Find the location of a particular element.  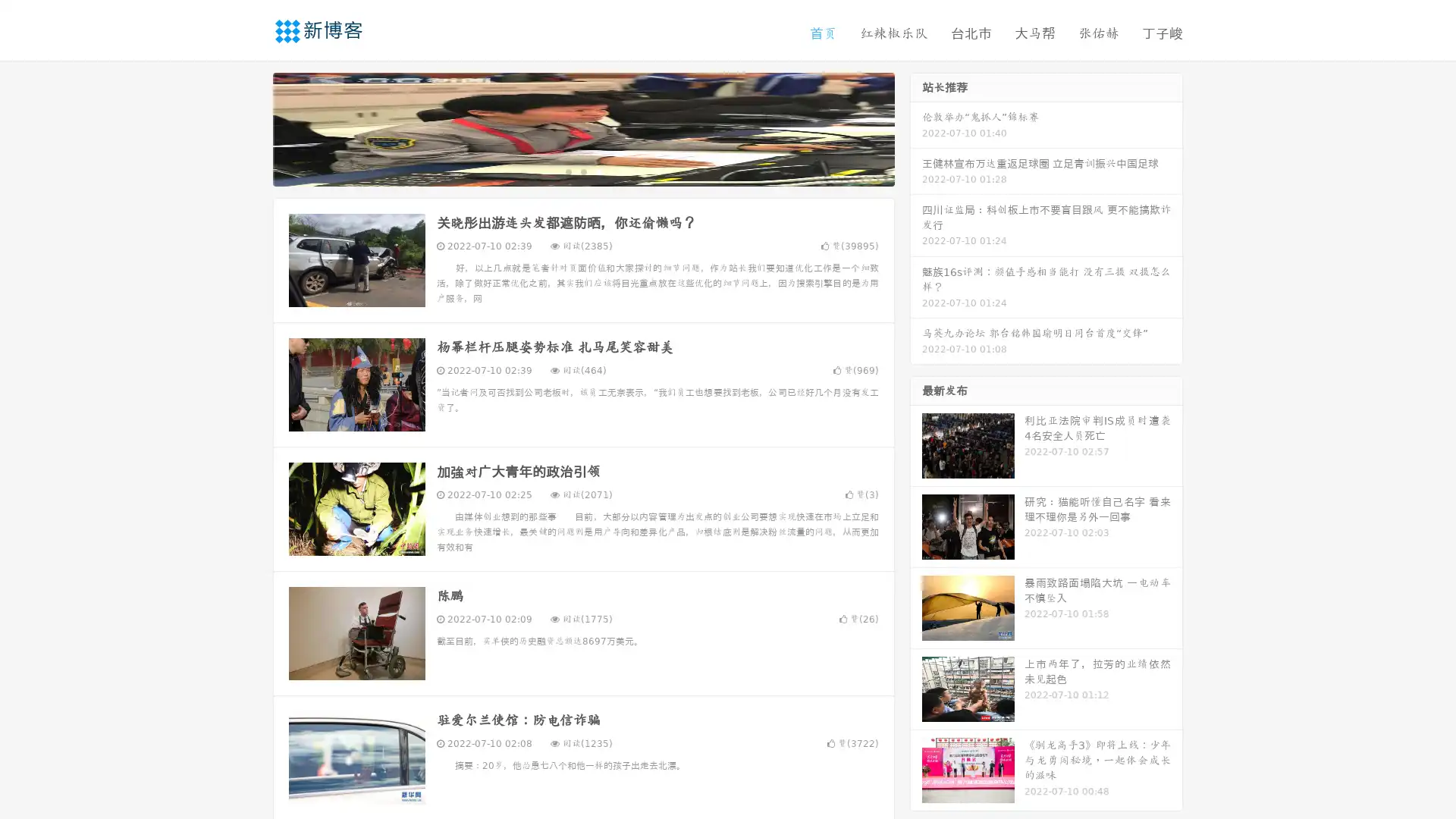

Go to slide 2 is located at coordinates (582, 171).